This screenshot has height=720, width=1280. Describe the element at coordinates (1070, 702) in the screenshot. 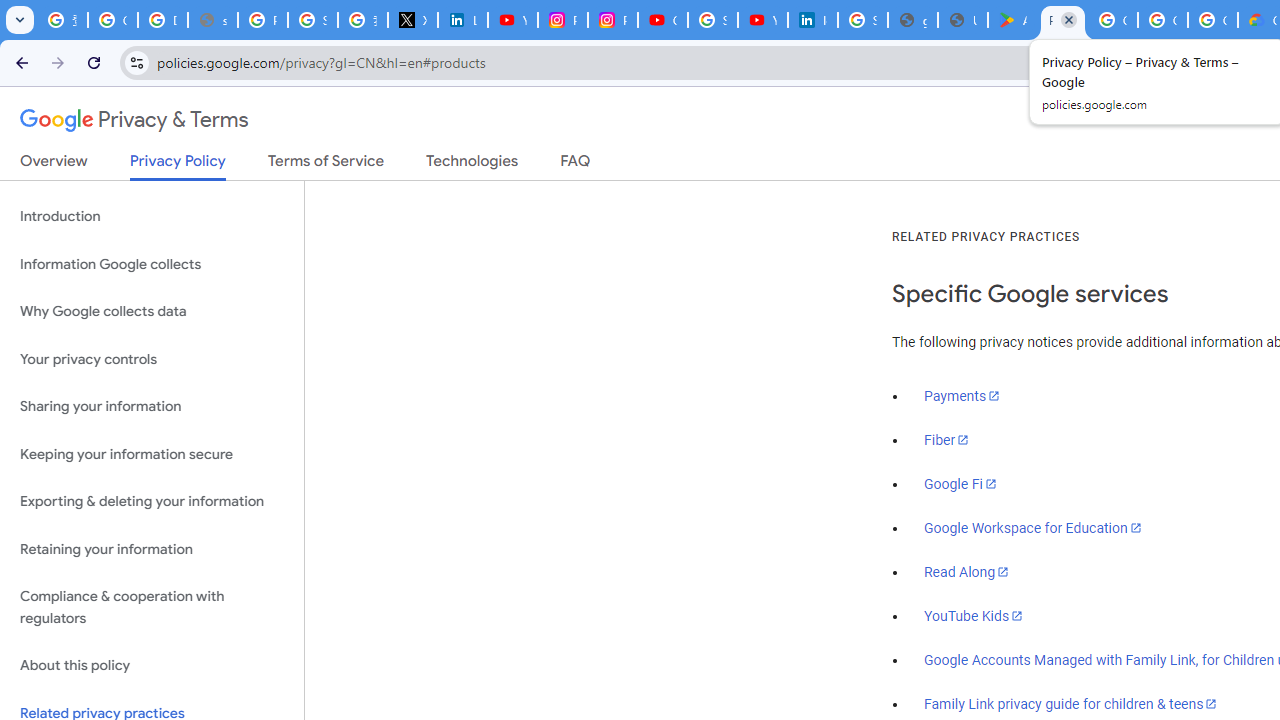

I see `'Family Link privacy guide for children & teens'` at that location.